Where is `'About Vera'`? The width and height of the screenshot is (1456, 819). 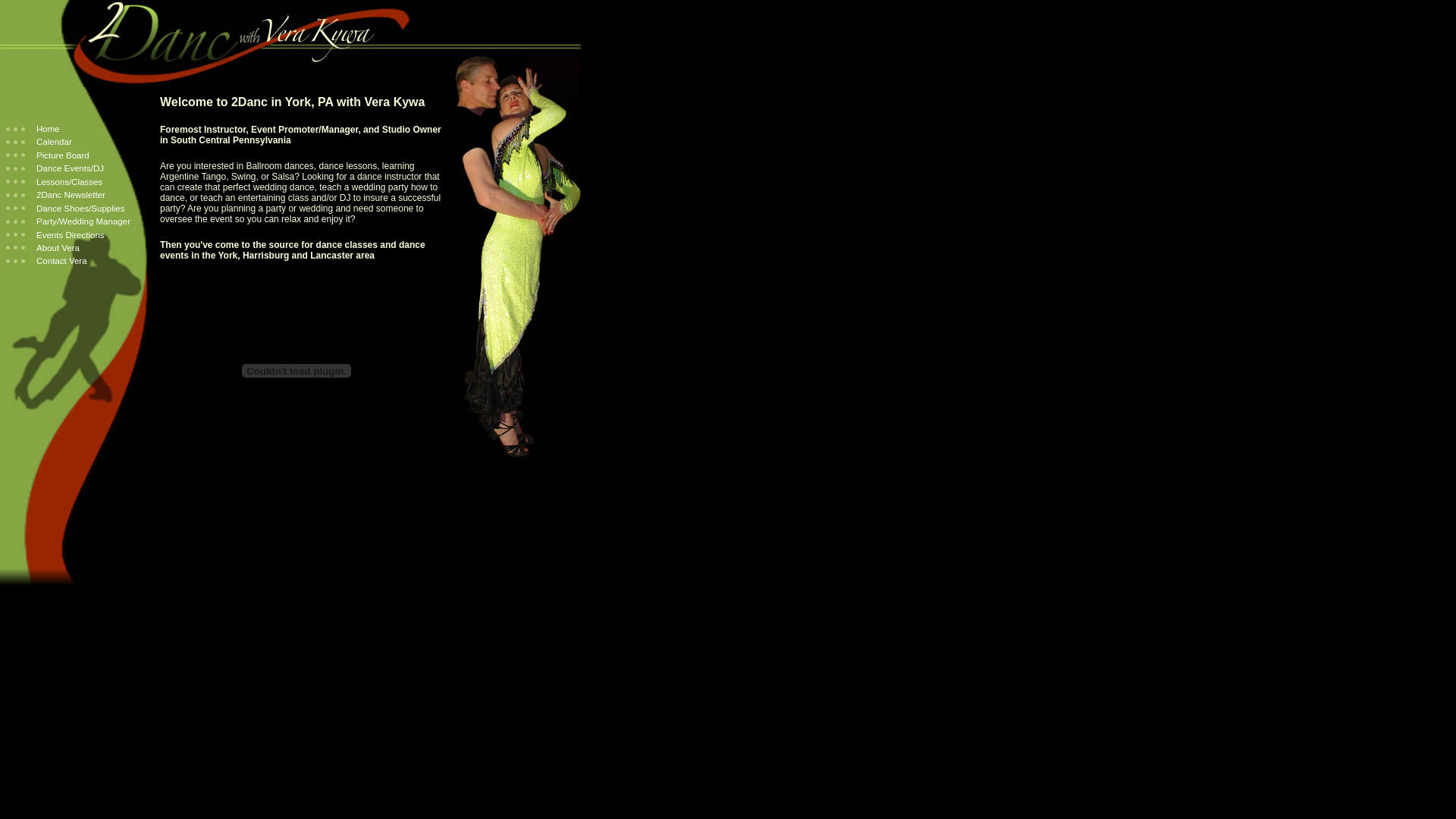 'About Vera' is located at coordinates (42, 247).